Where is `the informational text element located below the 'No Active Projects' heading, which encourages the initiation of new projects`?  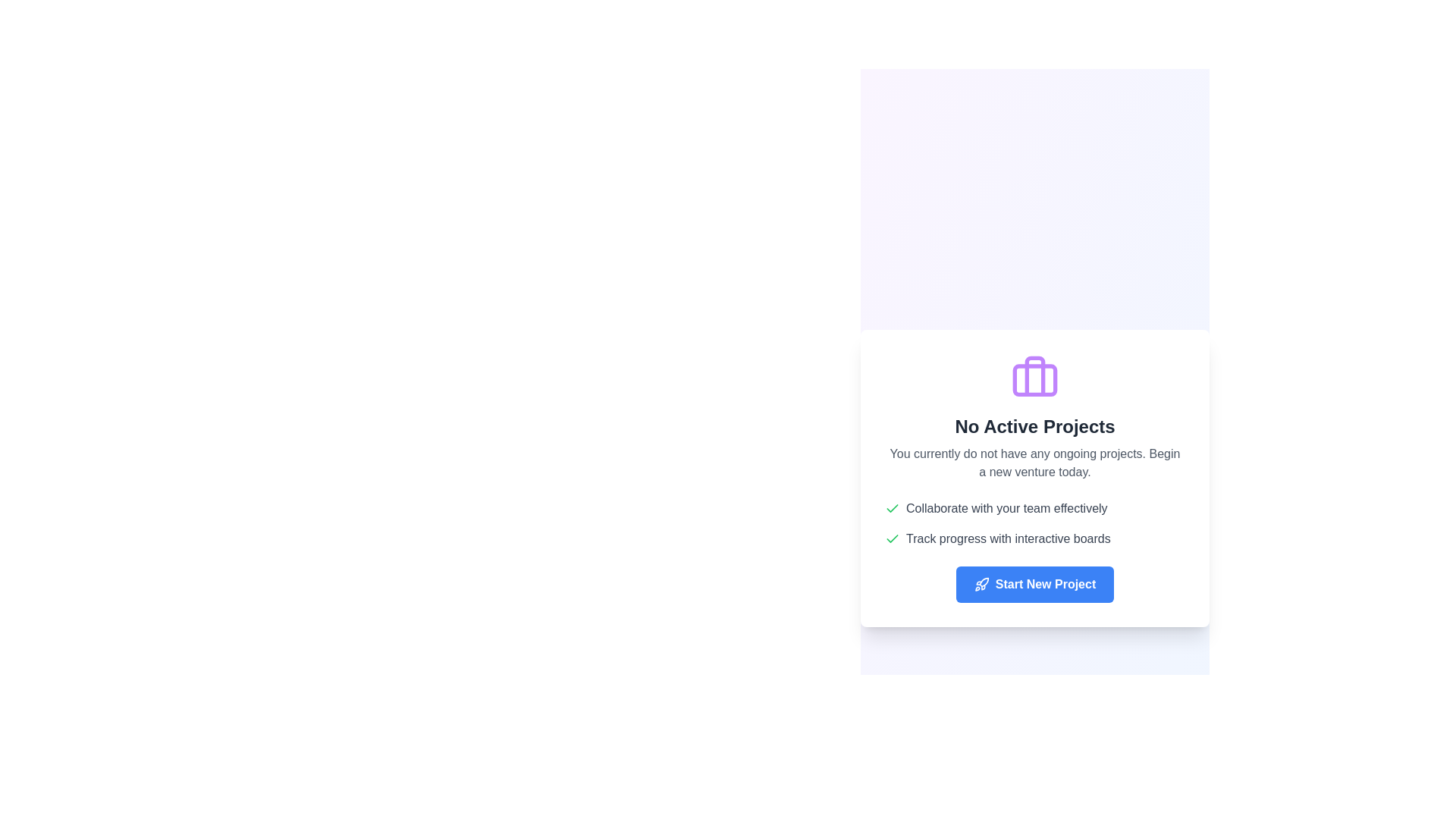
the informational text element located below the 'No Active Projects' heading, which encourages the initiation of new projects is located at coordinates (1034, 462).